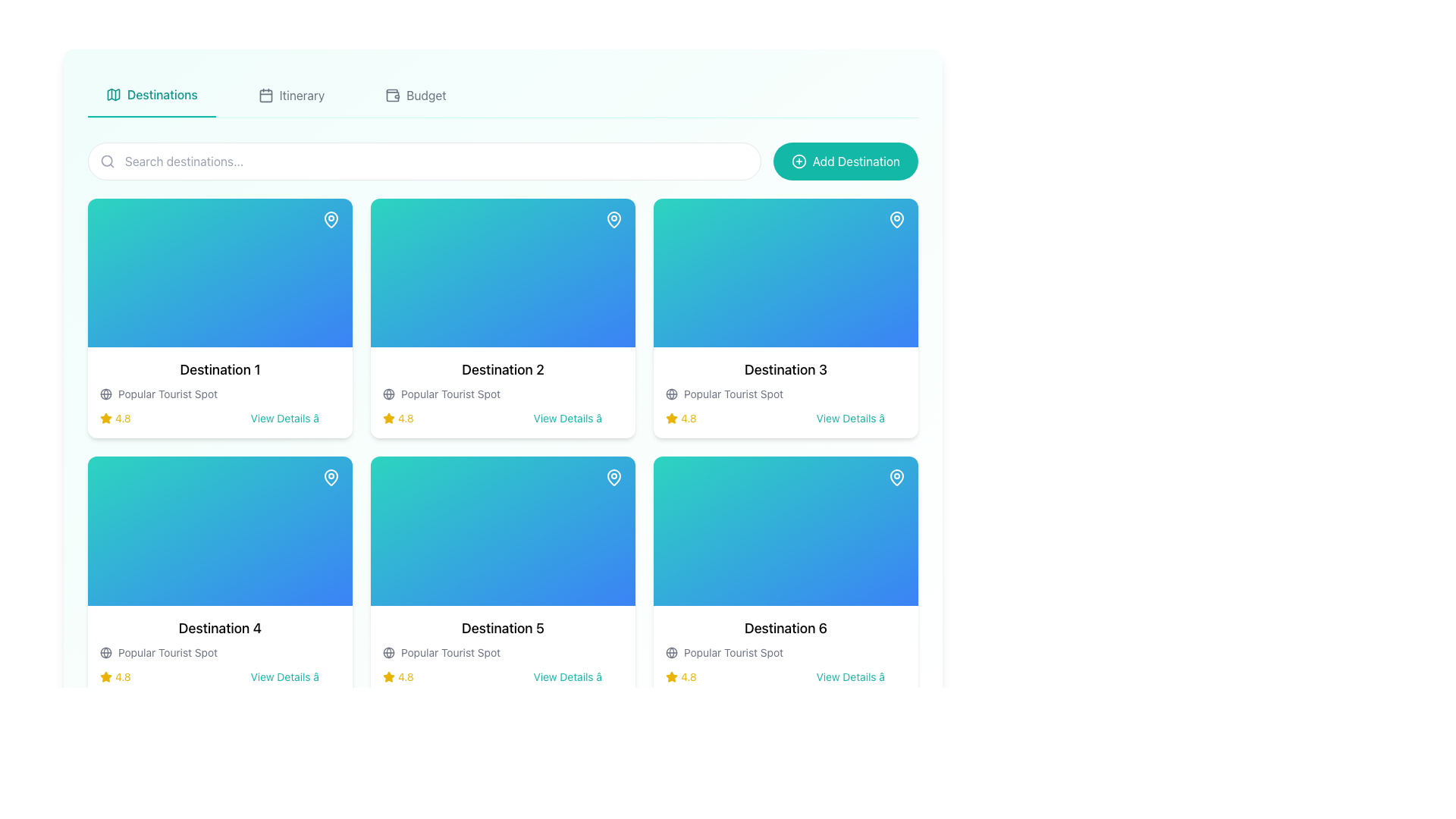 The image size is (1456, 819). What do you see at coordinates (896, 219) in the screenshot?
I see `the map pin icon located at the top-right corner inside the card labeled 'Destination 3' to interact with the location marker` at bounding box center [896, 219].